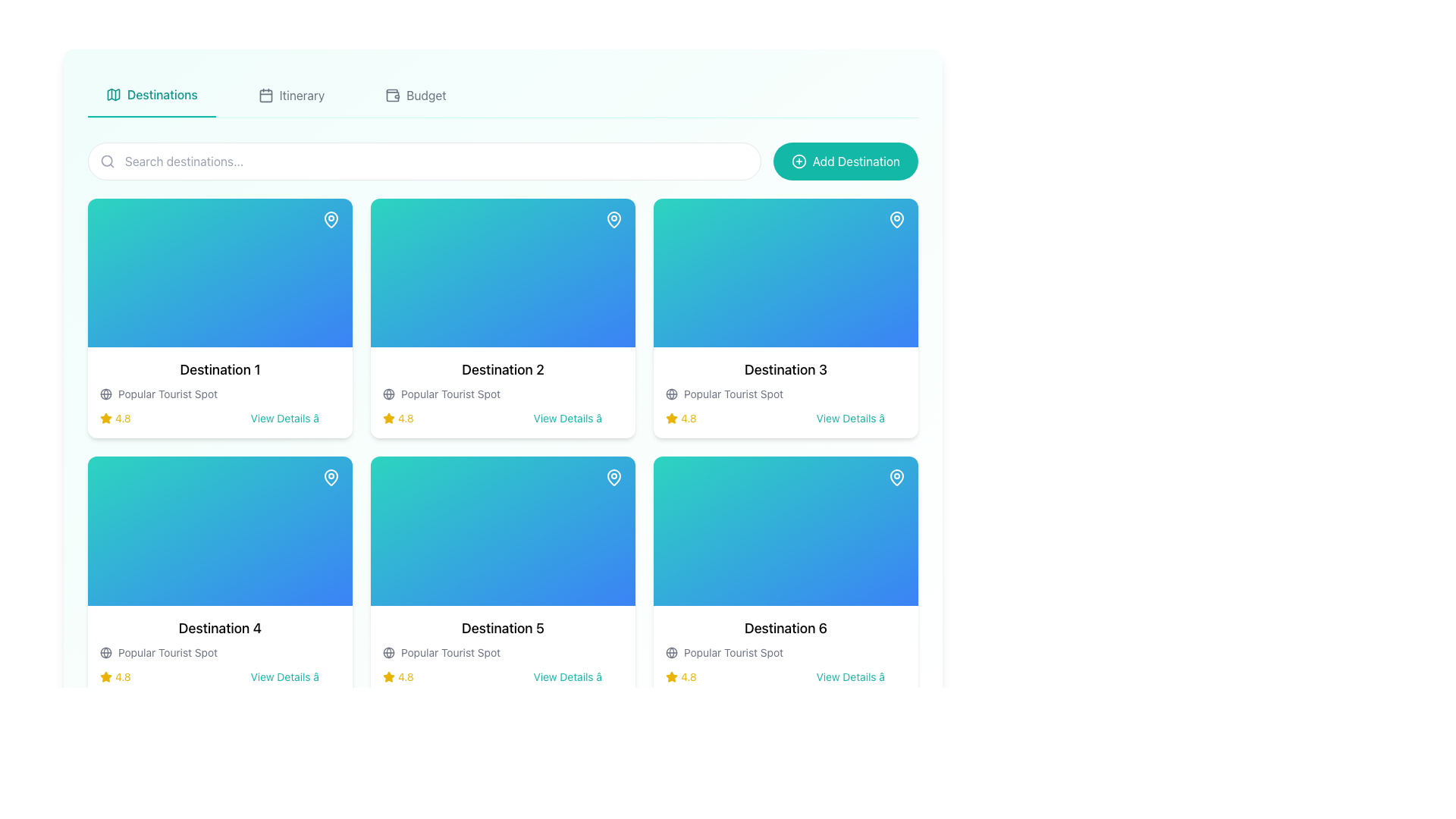 The image size is (1456, 819). What do you see at coordinates (896, 219) in the screenshot?
I see `the map pin icon located at the top-right corner inside the card labeled 'Destination 3' to interact with the location marker` at bounding box center [896, 219].